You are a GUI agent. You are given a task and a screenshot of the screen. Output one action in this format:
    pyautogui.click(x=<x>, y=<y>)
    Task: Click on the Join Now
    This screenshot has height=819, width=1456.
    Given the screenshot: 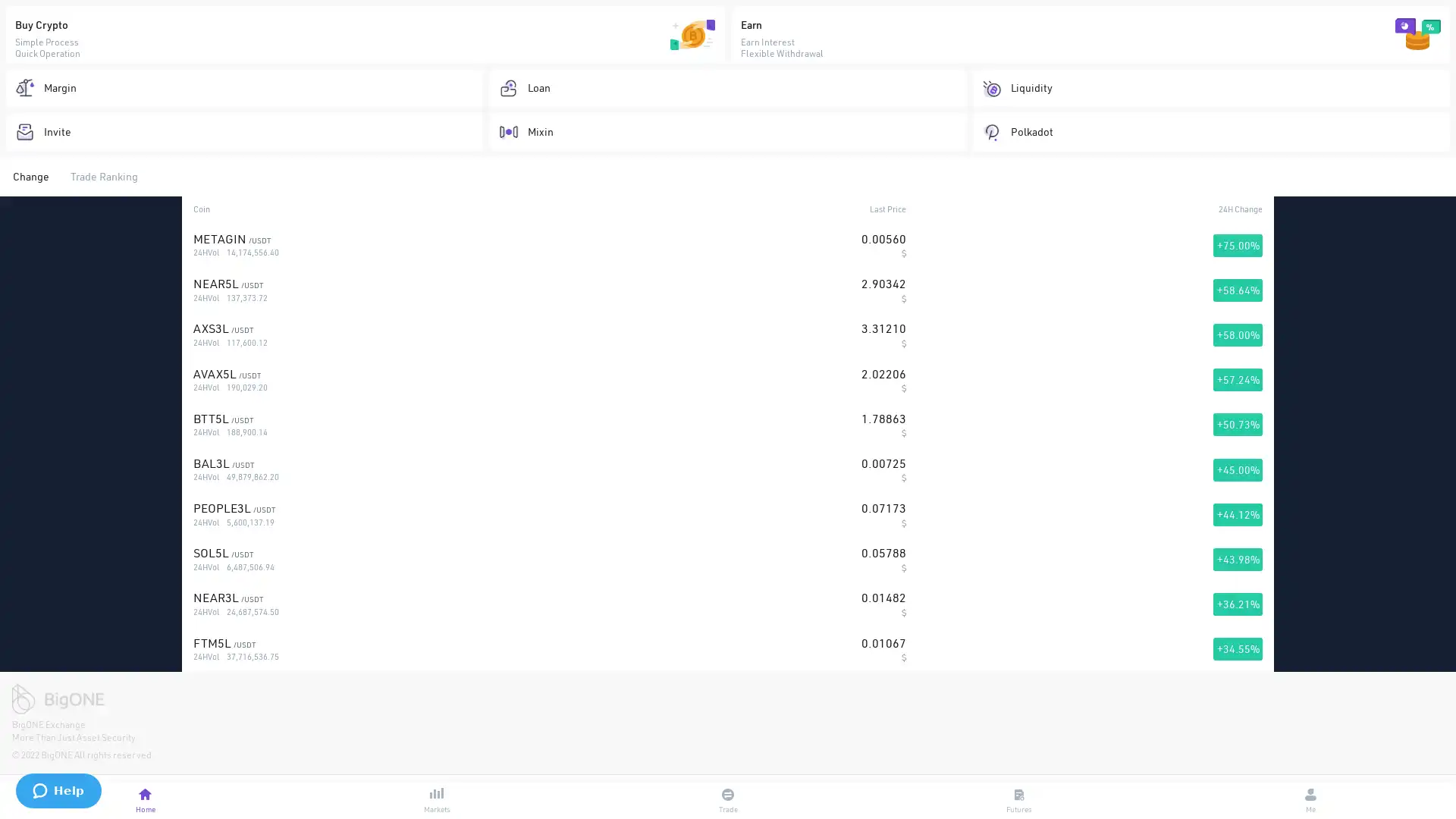 What is the action you would take?
    pyautogui.click(x=326, y=290)
    